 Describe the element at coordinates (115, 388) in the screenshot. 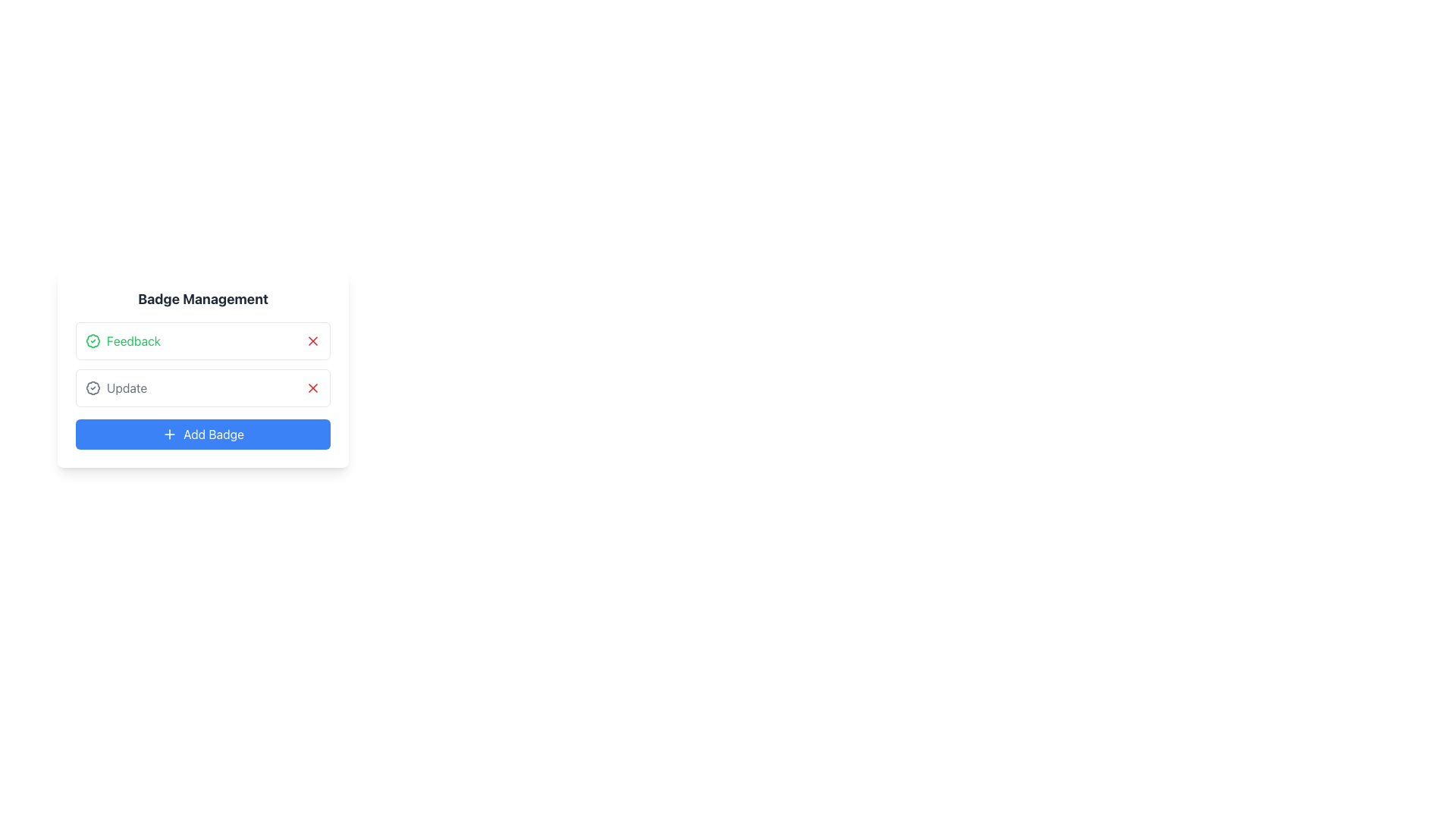

I see `on the List Item labeled 'Update' that features a badge icon with a checkmark, located in the second row of the vertical list in the 'Badge Management' card component` at that location.